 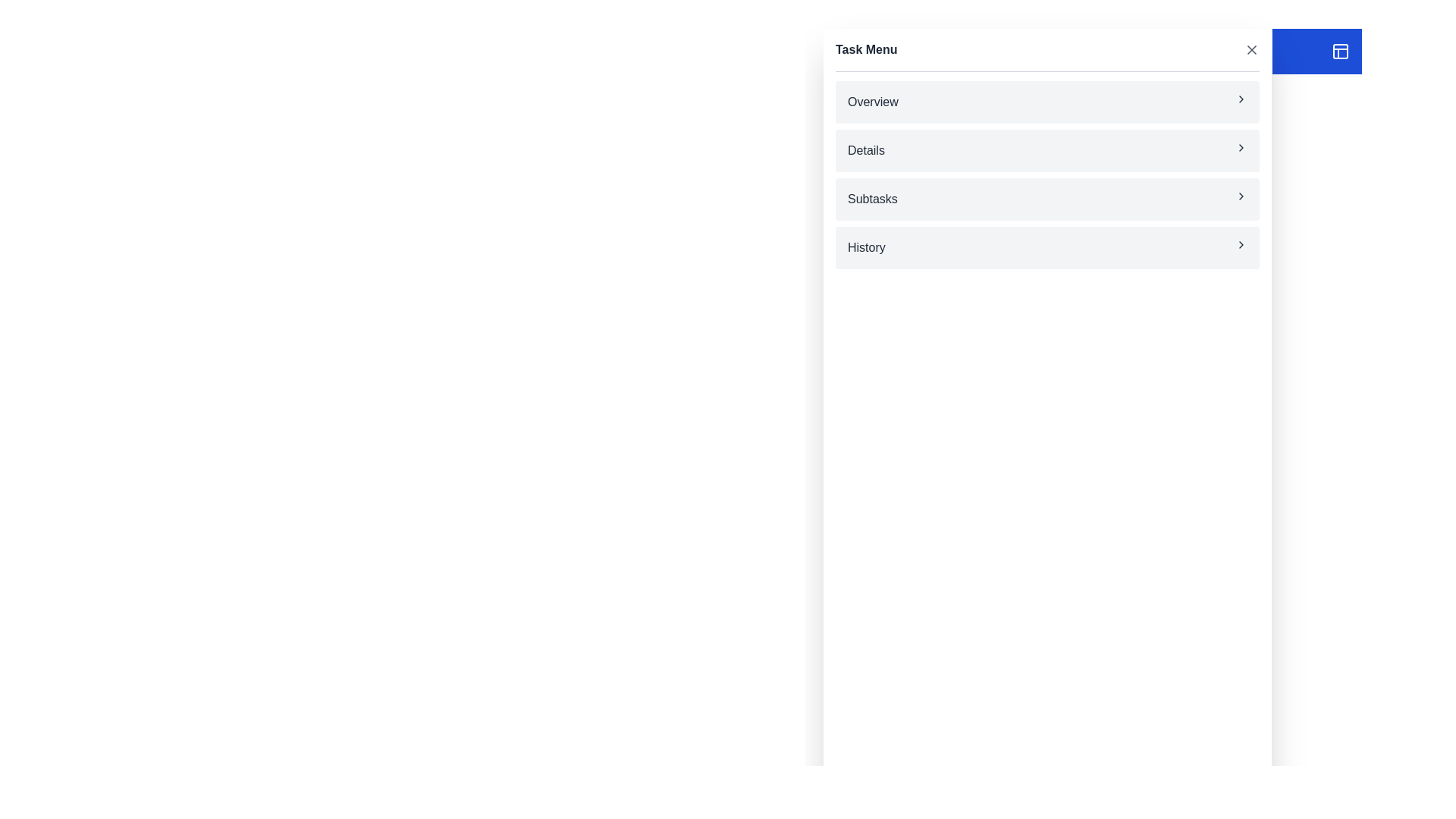 What do you see at coordinates (1241, 99) in the screenshot?
I see `the right-pointing chevron icon located next to the 'Overview' text label in the Task Menu` at bounding box center [1241, 99].